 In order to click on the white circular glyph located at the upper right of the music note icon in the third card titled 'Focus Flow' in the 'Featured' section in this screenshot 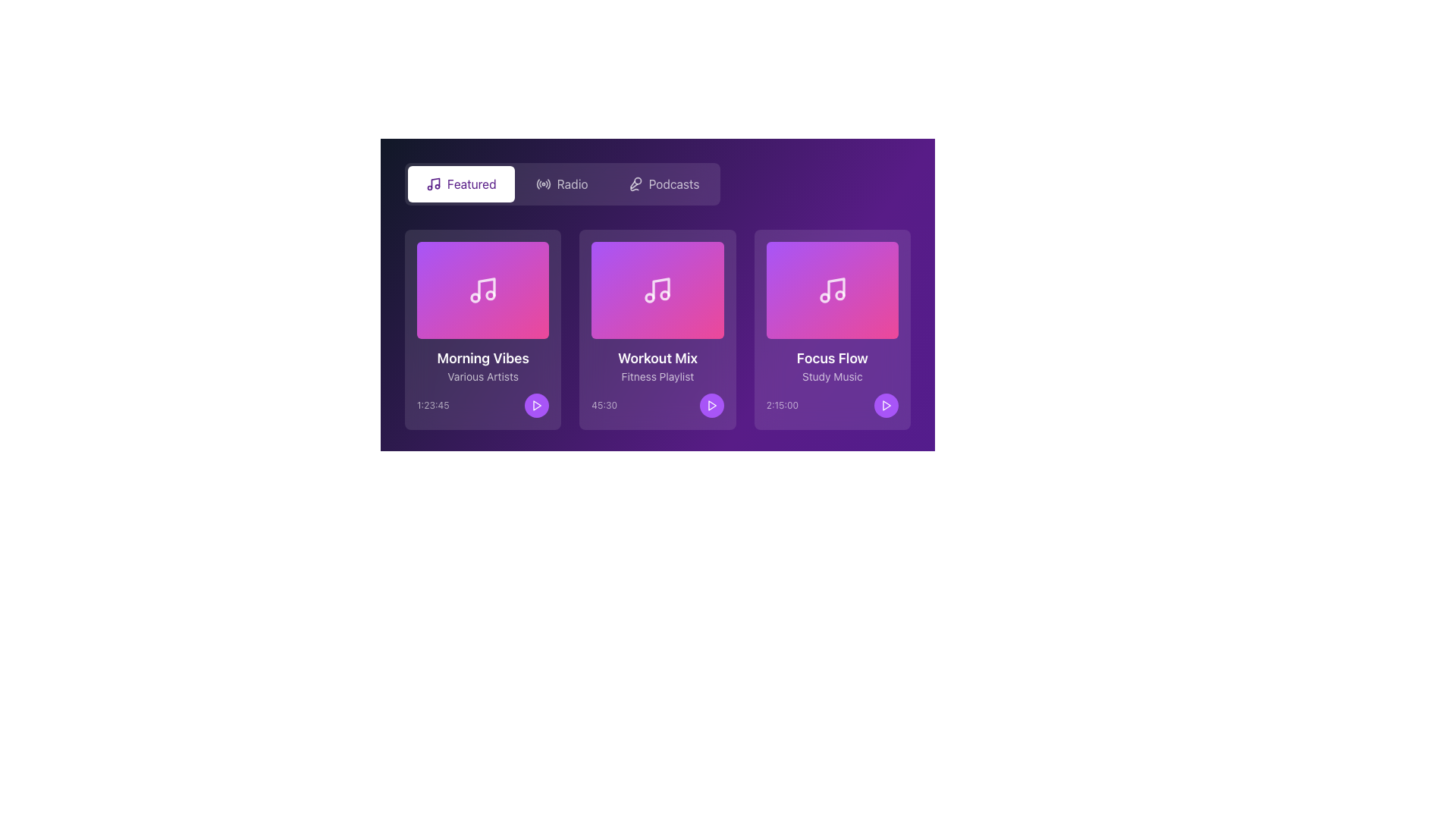, I will do `click(839, 295)`.